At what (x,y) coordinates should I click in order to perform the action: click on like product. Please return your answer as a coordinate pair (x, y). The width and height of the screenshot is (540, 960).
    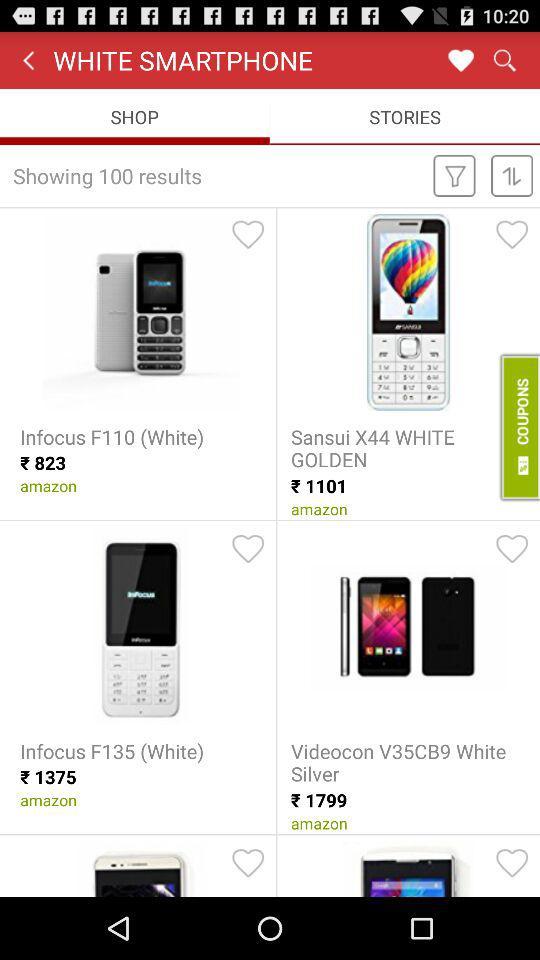
    Looking at the image, I should click on (512, 549).